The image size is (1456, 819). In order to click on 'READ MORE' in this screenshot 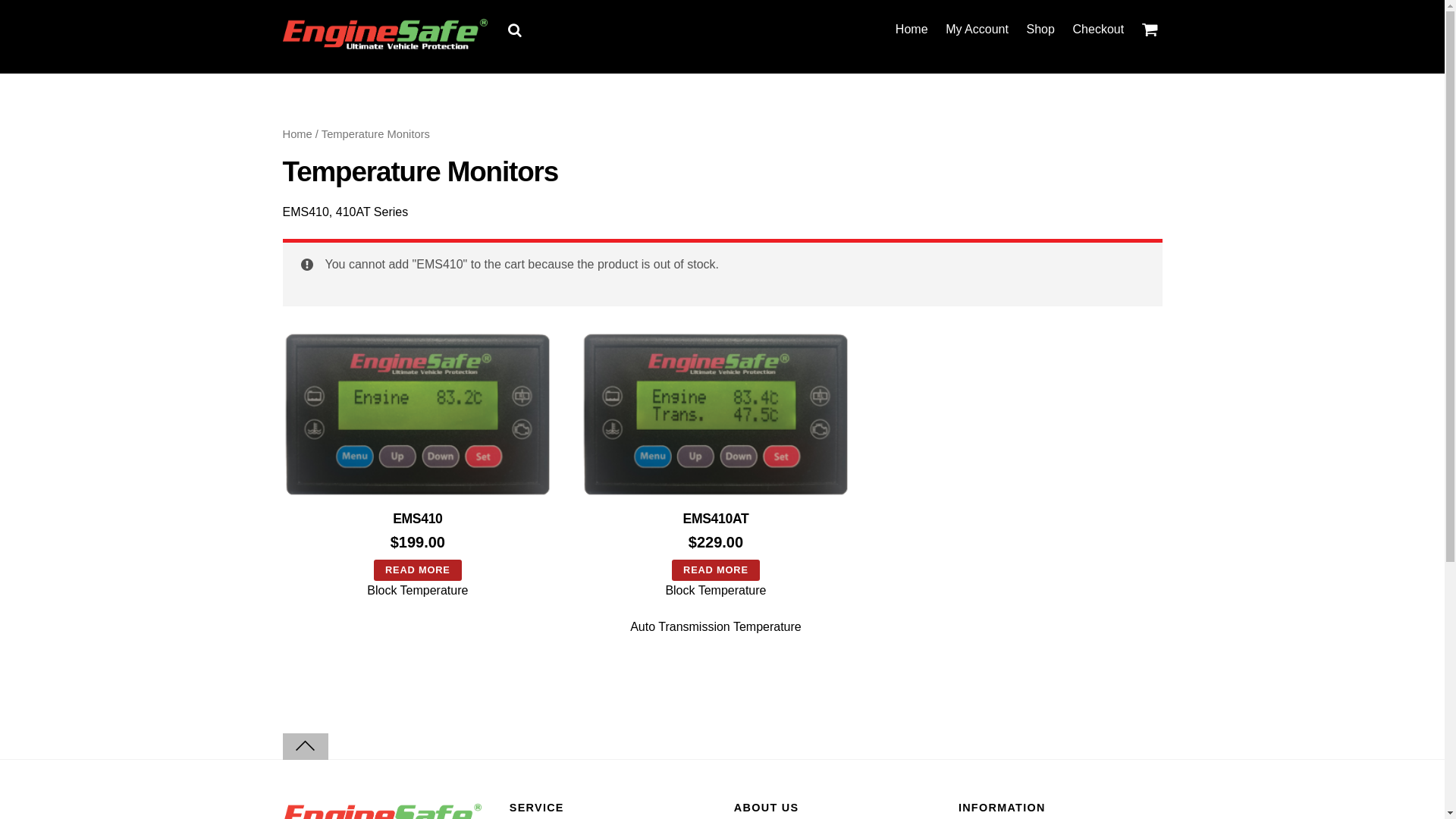, I will do `click(418, 570)`.